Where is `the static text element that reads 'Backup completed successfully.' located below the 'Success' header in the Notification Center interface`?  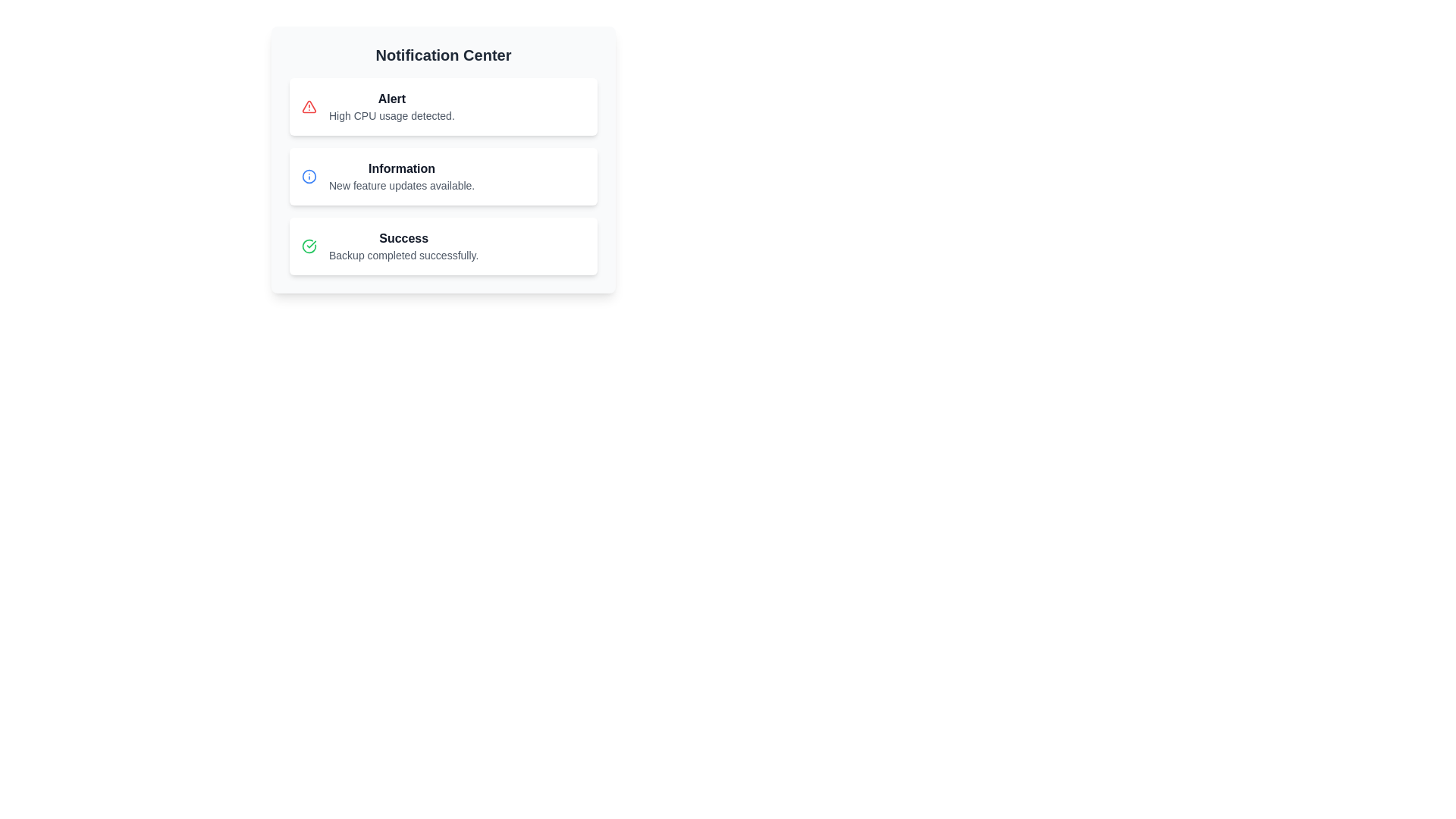
the static text element that reads 'Backup completed successfully.' located below the 'Success' header in the Notification Center interface is located at coordinates (403, 254).